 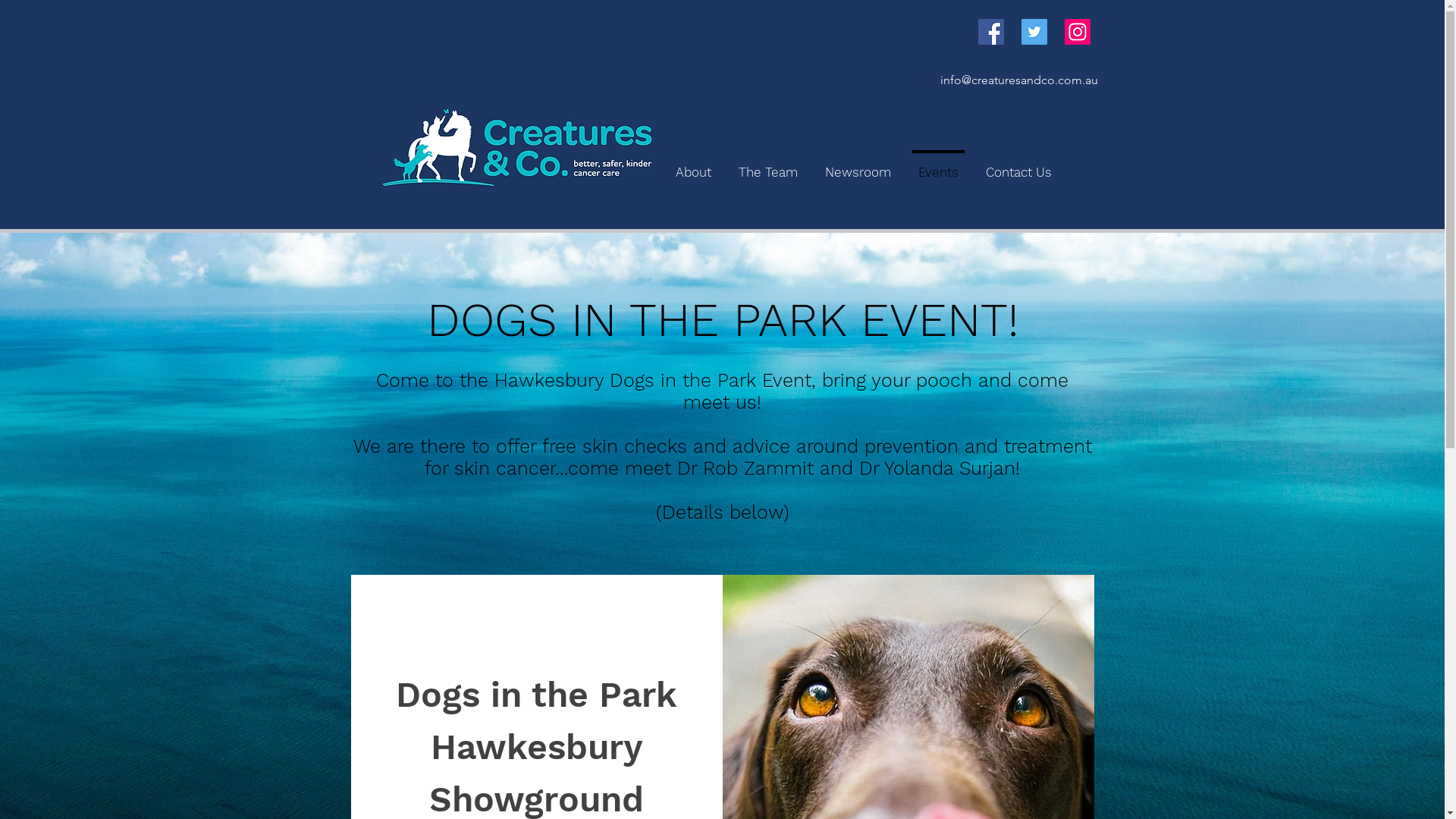 I want to click on 'info@creaturesandco.com.au', so click(x=1019, y=80).